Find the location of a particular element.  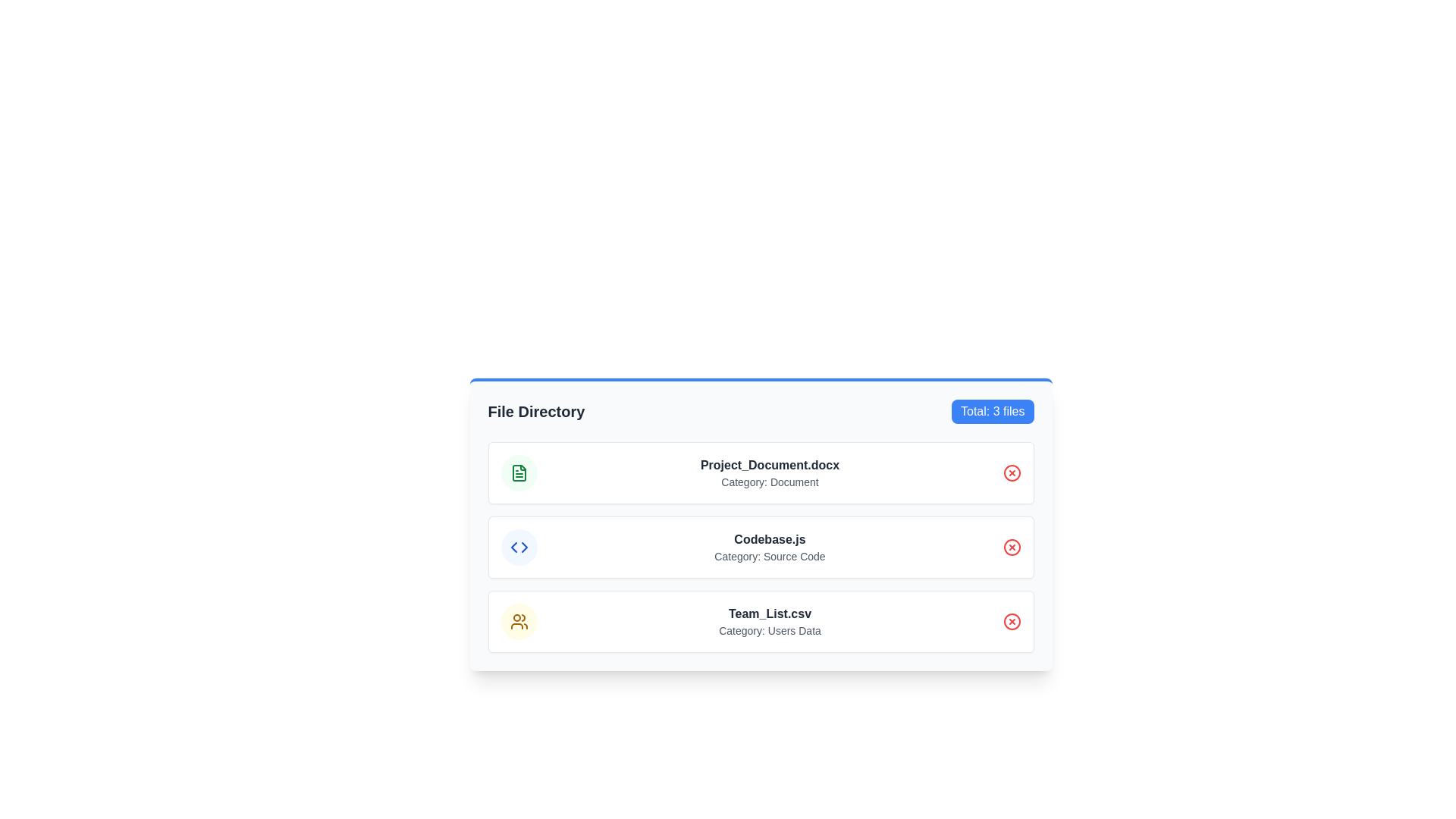

the delete button located at the right end of the row containing 'Codebase.js' in the file directory is located at coordinates (1012, 547).